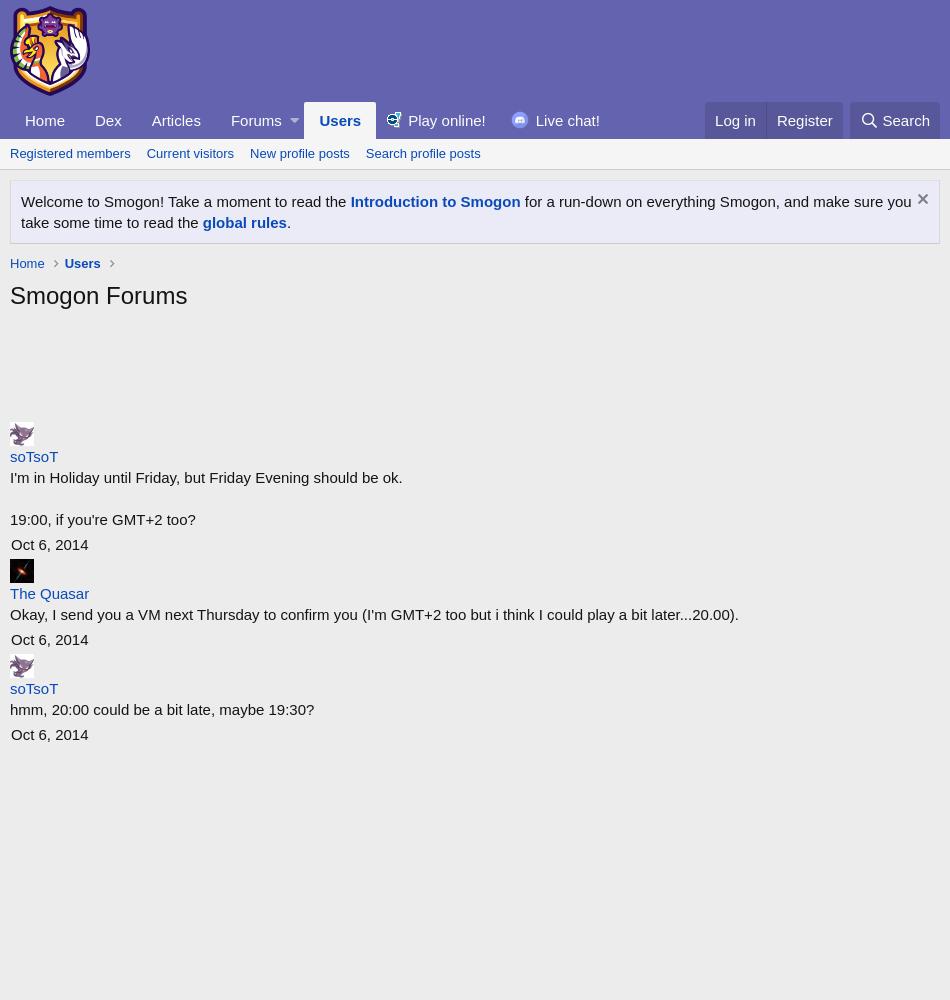  What do you see at coordinates (734, 118) in the screenshot?
I see `'Log in'` at bounding box center [734, 118].